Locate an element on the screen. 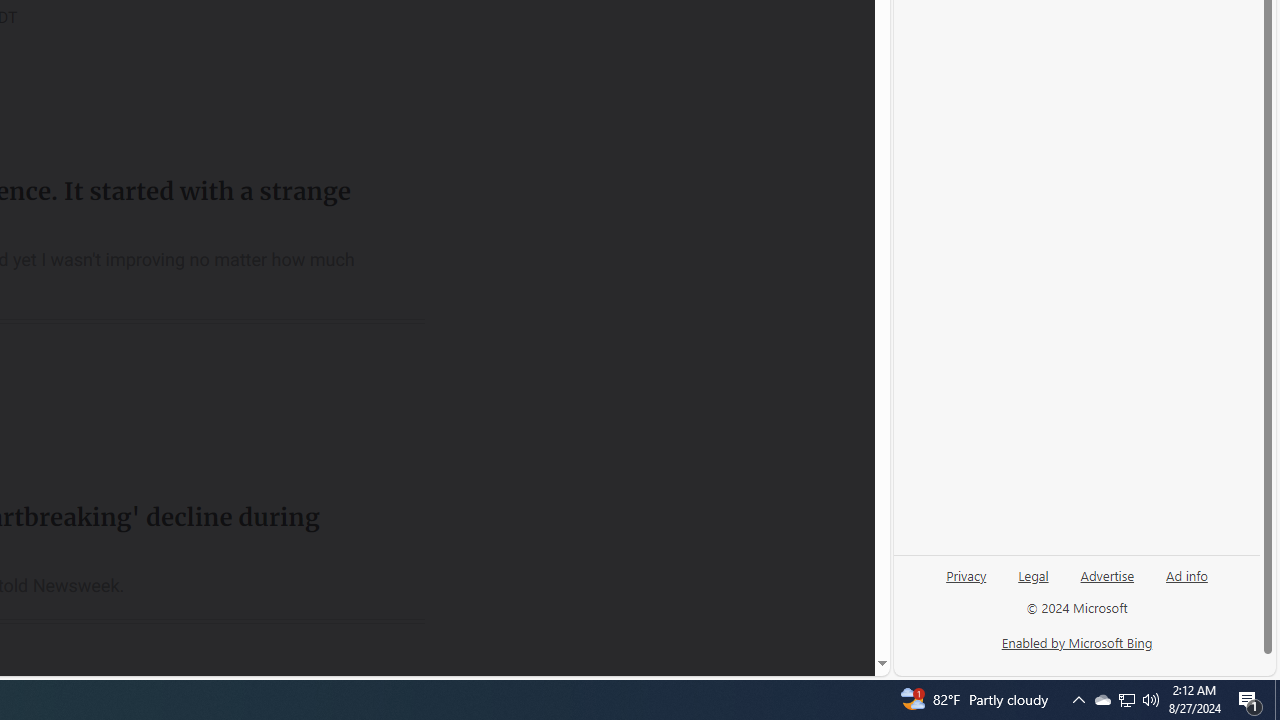 This screenshot has width=1280, height=720. 'Privacy' is located at coordinates (967, 583).